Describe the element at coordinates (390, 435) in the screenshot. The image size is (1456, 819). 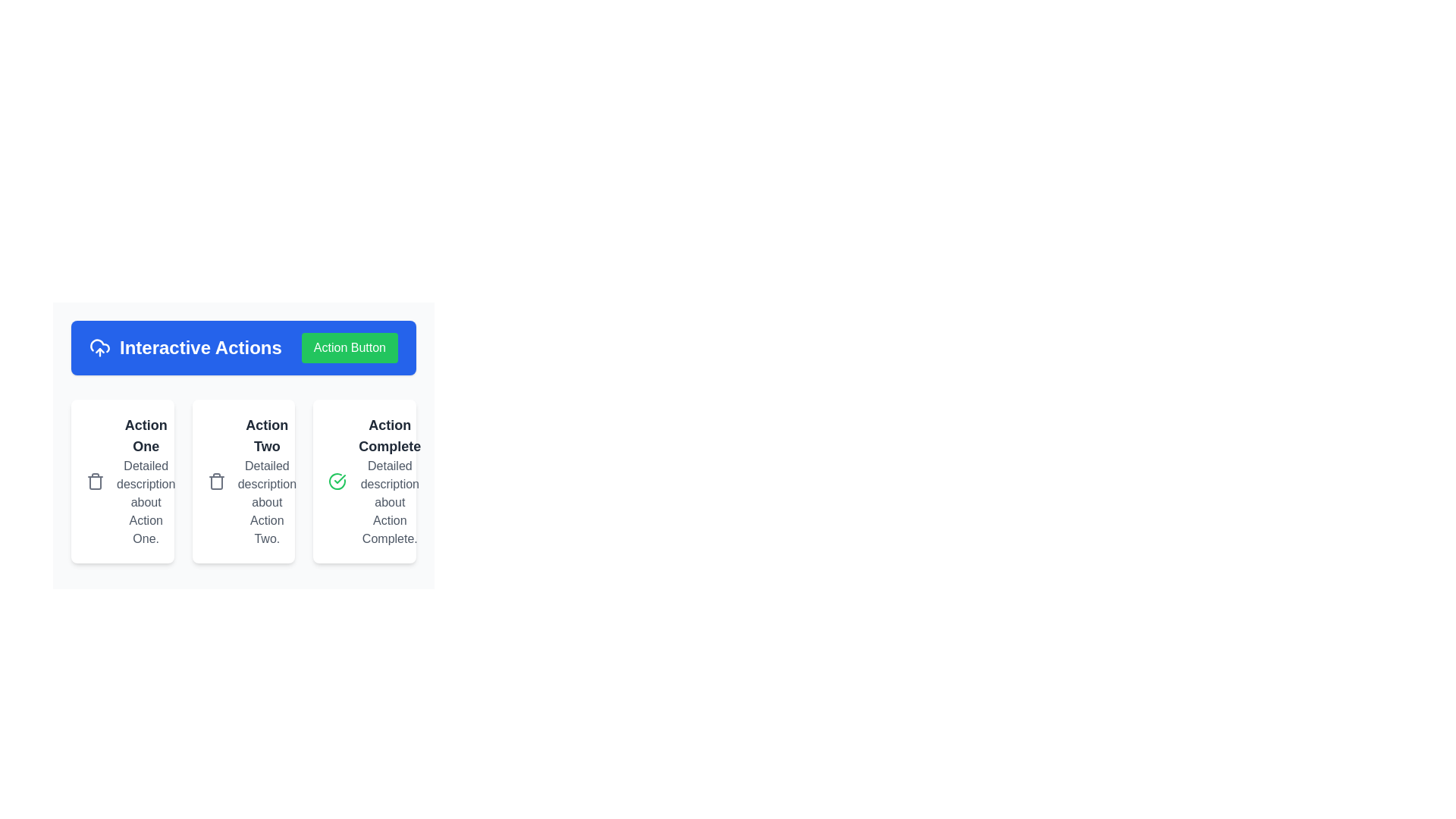
I see `text header that displays 'Action Complete' in bold, large-sized dark gray text, located in the top section of the third column in a row of cards` at that location.